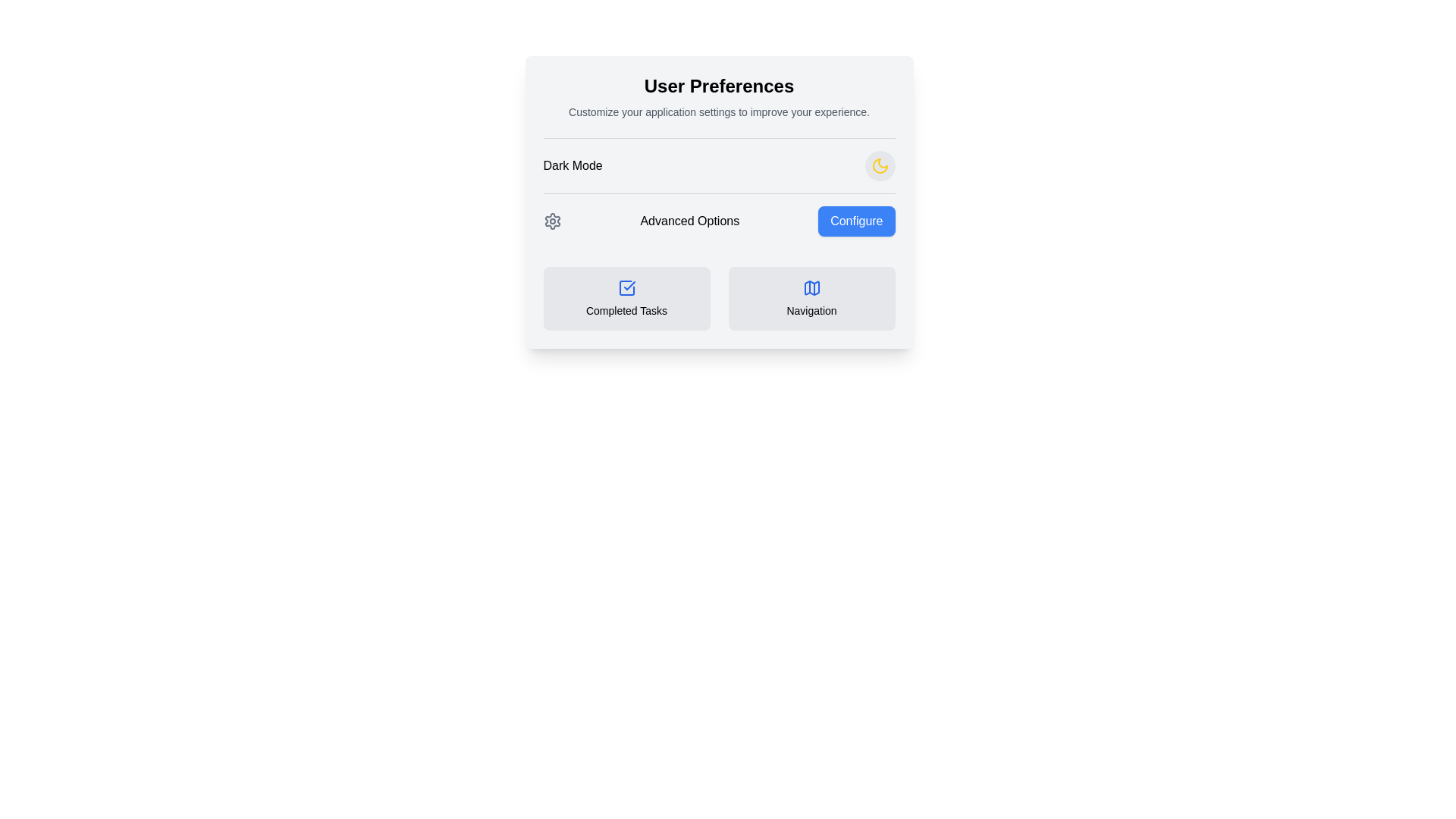 The width and height of the screenshot is (1456, 819). I want to click on the static text label located in the 'User Preferences' section, which describes the functionality of the toggle to its right, so click(572, 166).